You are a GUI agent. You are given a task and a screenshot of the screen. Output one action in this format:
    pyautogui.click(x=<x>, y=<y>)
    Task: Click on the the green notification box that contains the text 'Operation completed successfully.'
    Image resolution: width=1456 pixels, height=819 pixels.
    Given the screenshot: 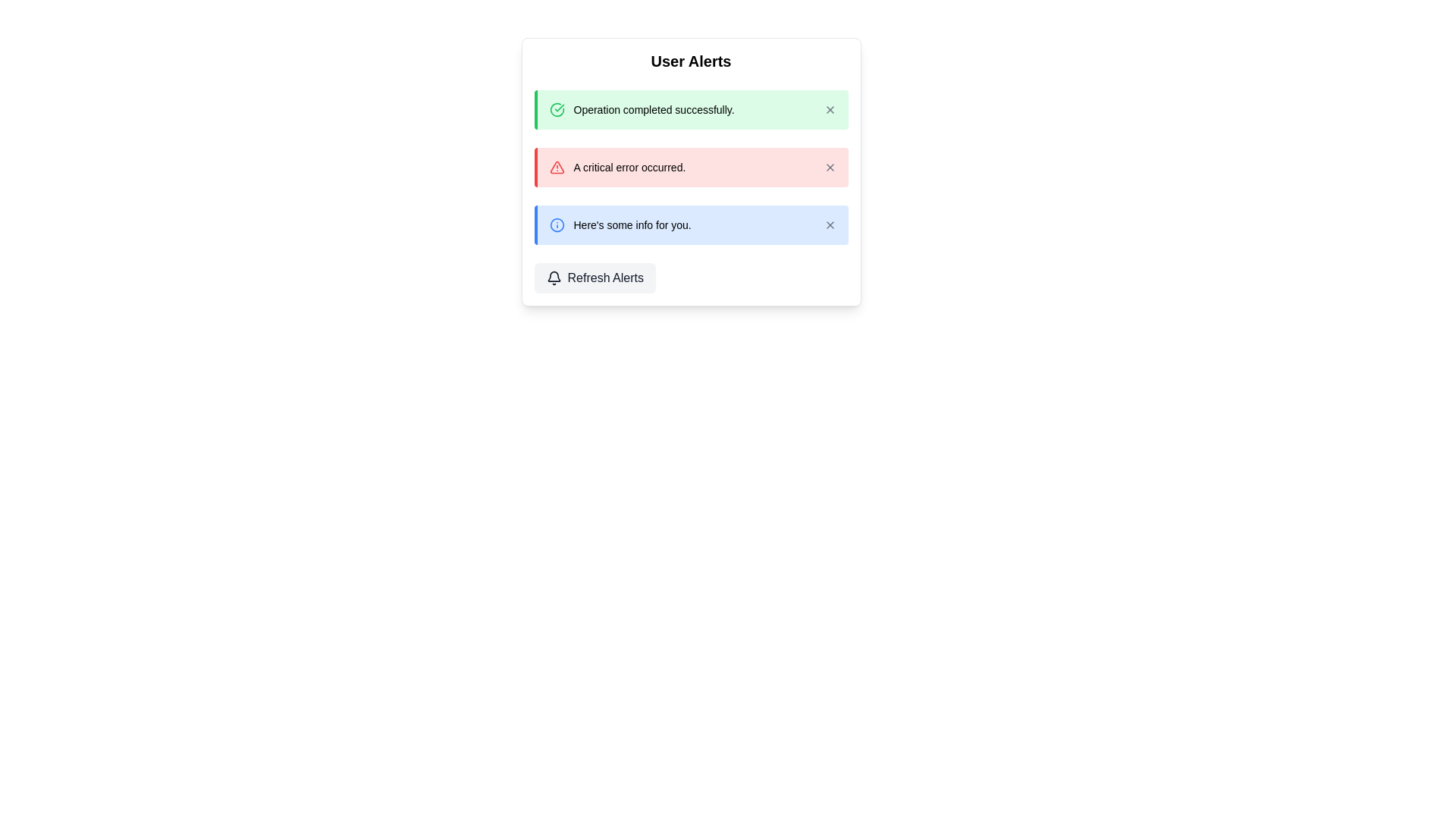 What is the action you would take?
    pyautogui.click(x=690, y=109)
    